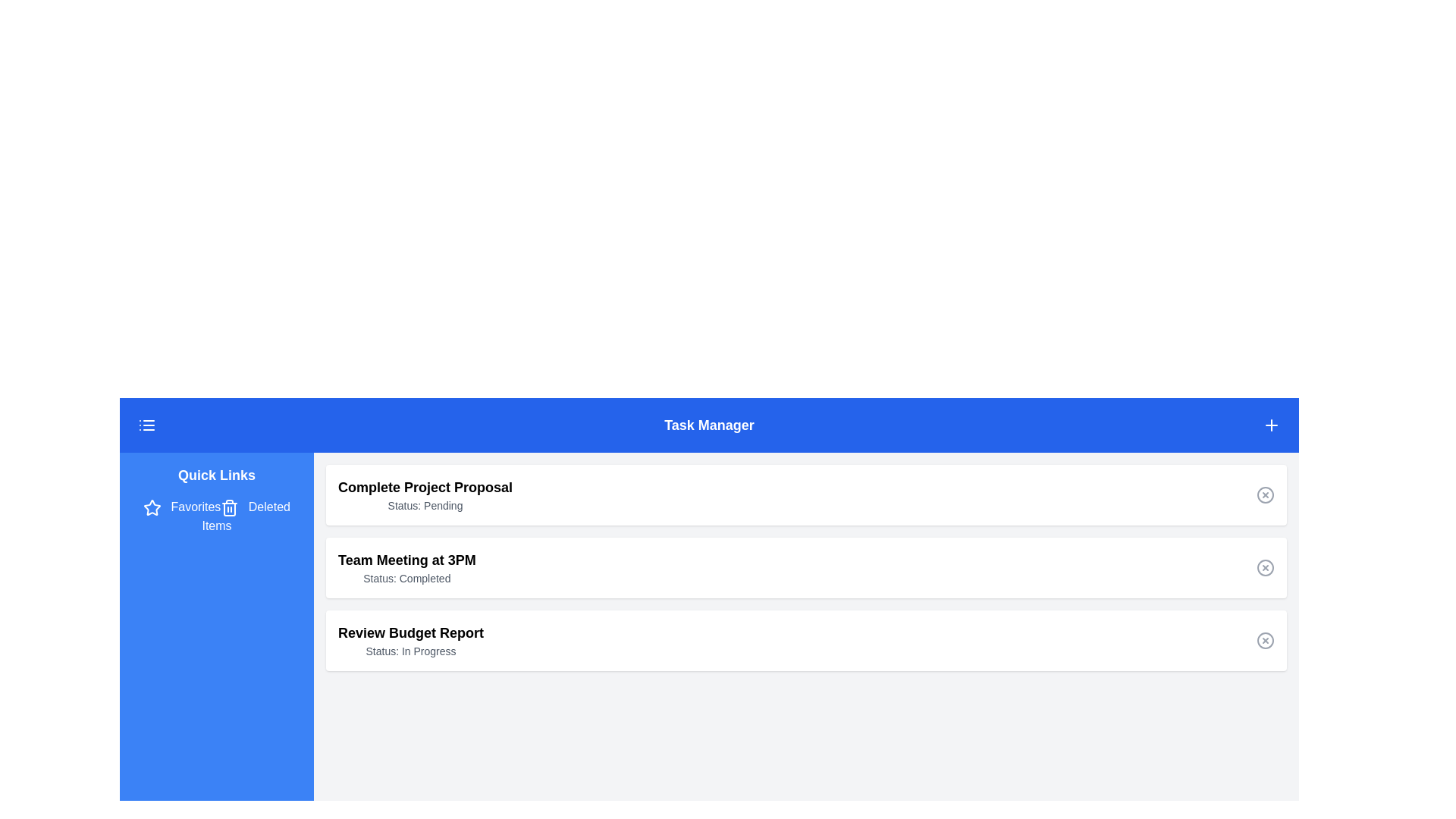 Image resolution: width=1456 pixels, height=819 pixels. What do you see at coordinates (1266, 567) in the screenshot?
I see `the SVG Circle Element of the Delete icon for the third list item in the task manager interface, located to the right of the 'Review Budget Report' task` at bounding box center [1266, 567].